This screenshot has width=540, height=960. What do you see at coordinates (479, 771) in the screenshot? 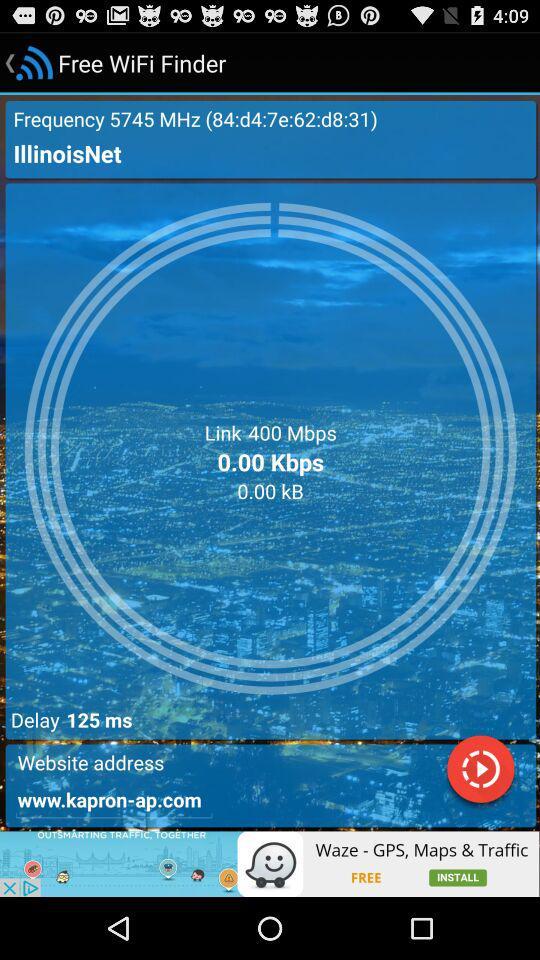
I see `next` at bounding box center [479, 771].